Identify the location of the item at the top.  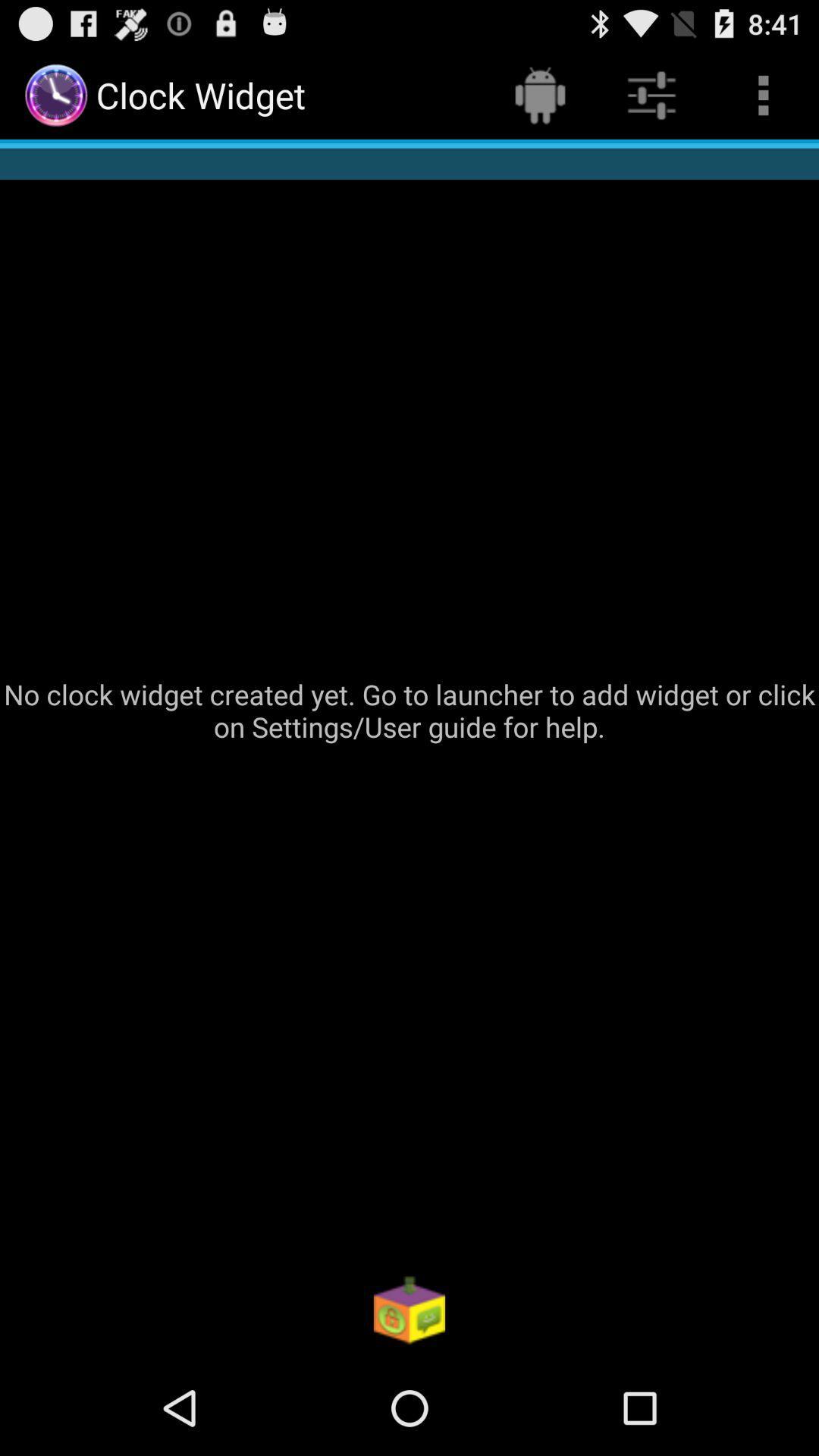
(539, 94).